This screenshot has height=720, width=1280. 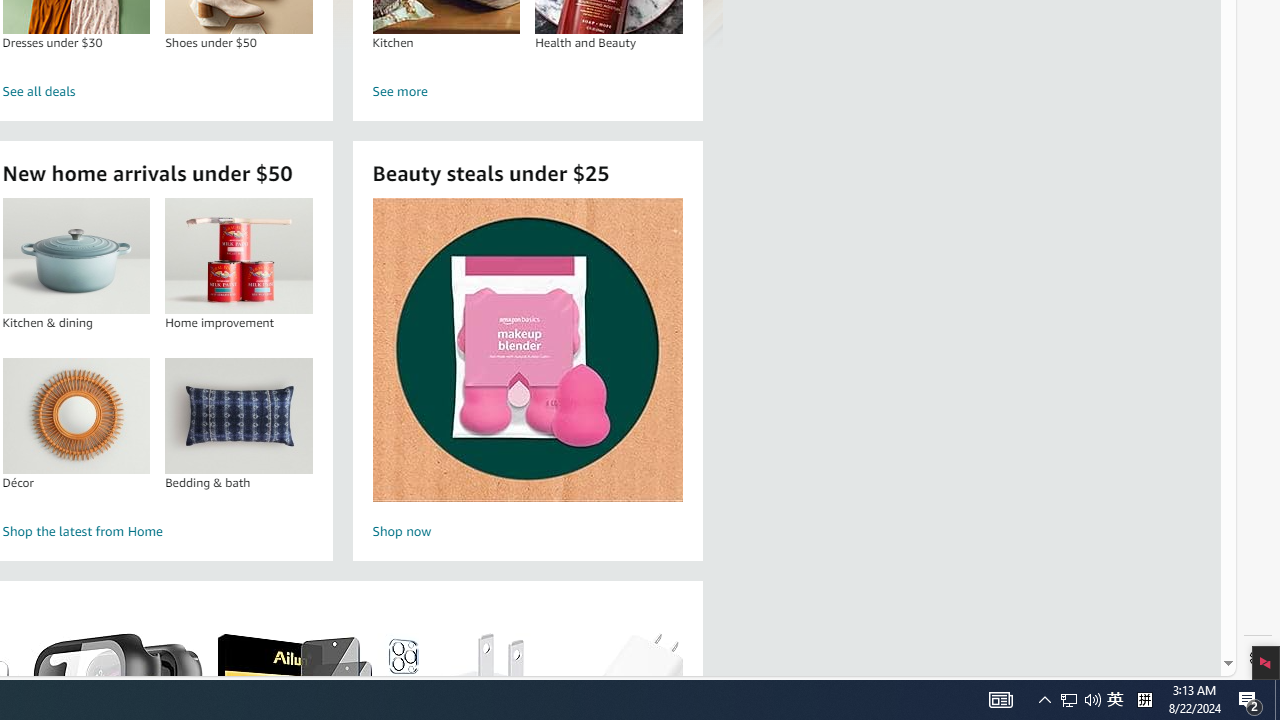 What do you see at coordinates (527, 371) in the screenshot?
I see `'Beauty steals under $25 Shop now'` at bounding box center [527, 371].